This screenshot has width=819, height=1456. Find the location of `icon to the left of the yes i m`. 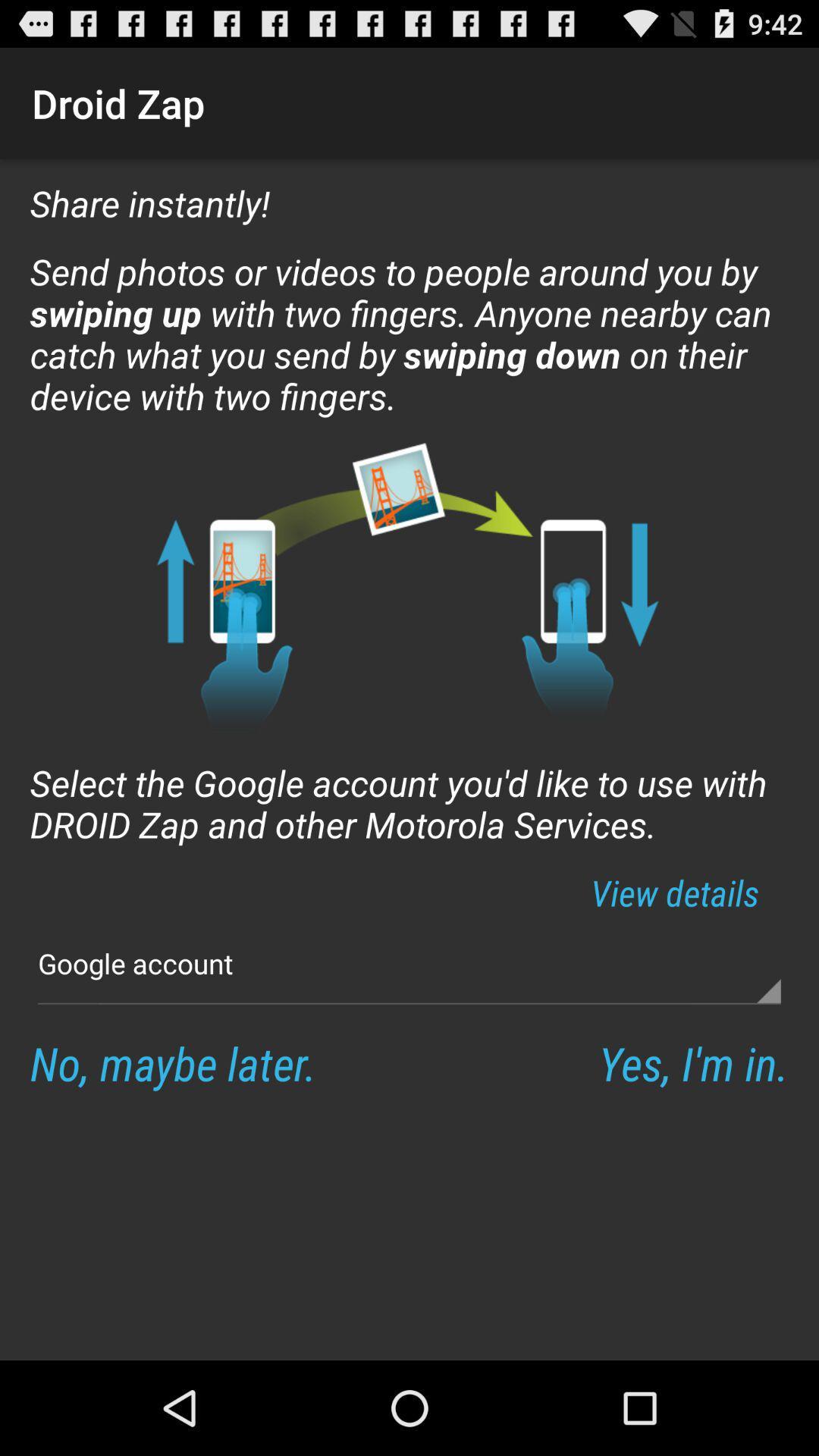

icon to the left of the yes i m is located at coordinates (172, 1062).